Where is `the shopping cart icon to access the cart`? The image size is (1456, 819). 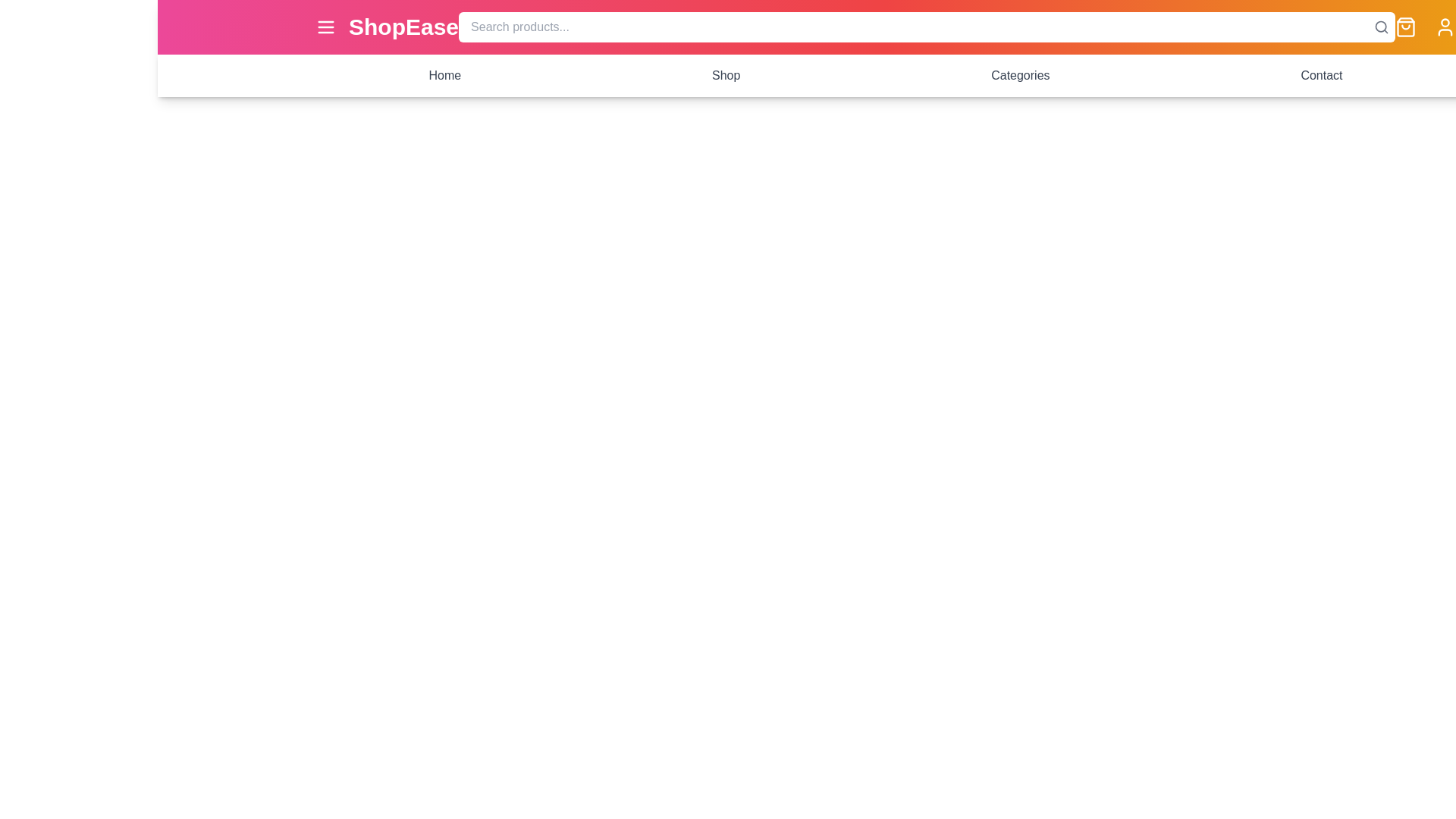 the shopping cart icon to access the cart is located at coordinates (1404, 27).